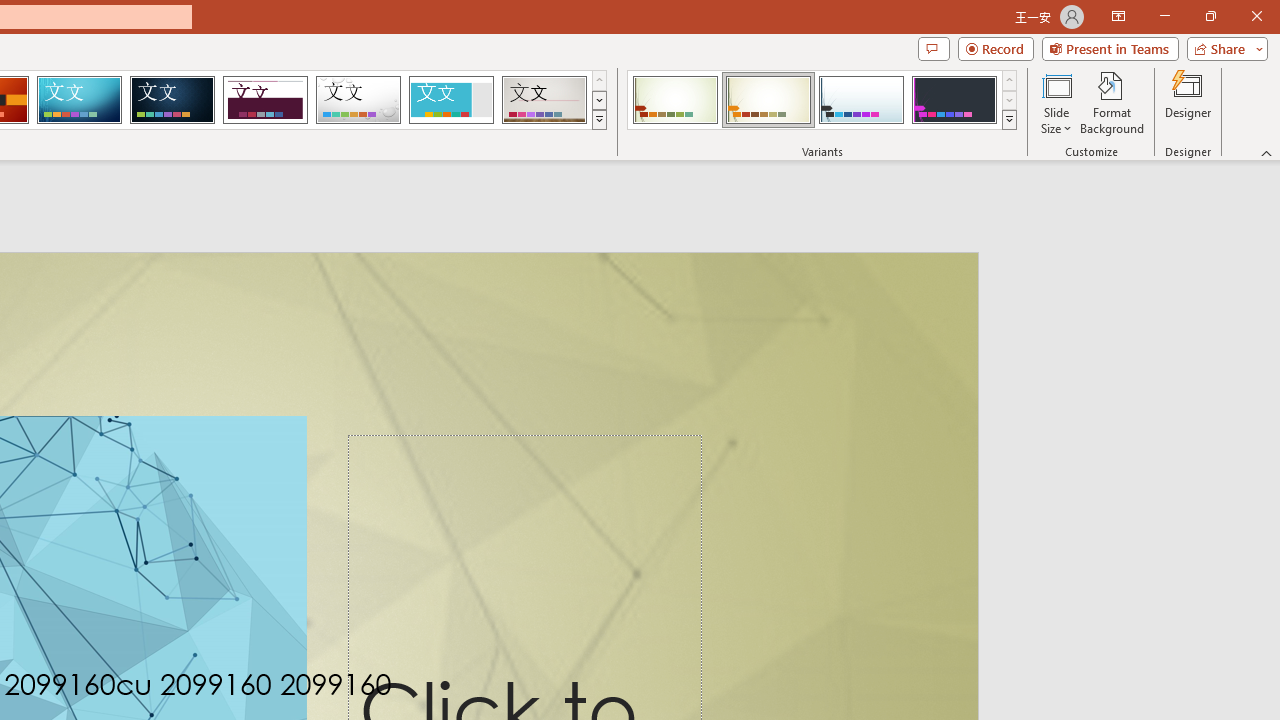 Image resolution: width=1280 pixels, height=720 pixels. What do you see at coordinates (823, 100) in the screenshot?
I see `'AutomationID: ThemeVariantsGallery'` at bounding box center [823, 100].